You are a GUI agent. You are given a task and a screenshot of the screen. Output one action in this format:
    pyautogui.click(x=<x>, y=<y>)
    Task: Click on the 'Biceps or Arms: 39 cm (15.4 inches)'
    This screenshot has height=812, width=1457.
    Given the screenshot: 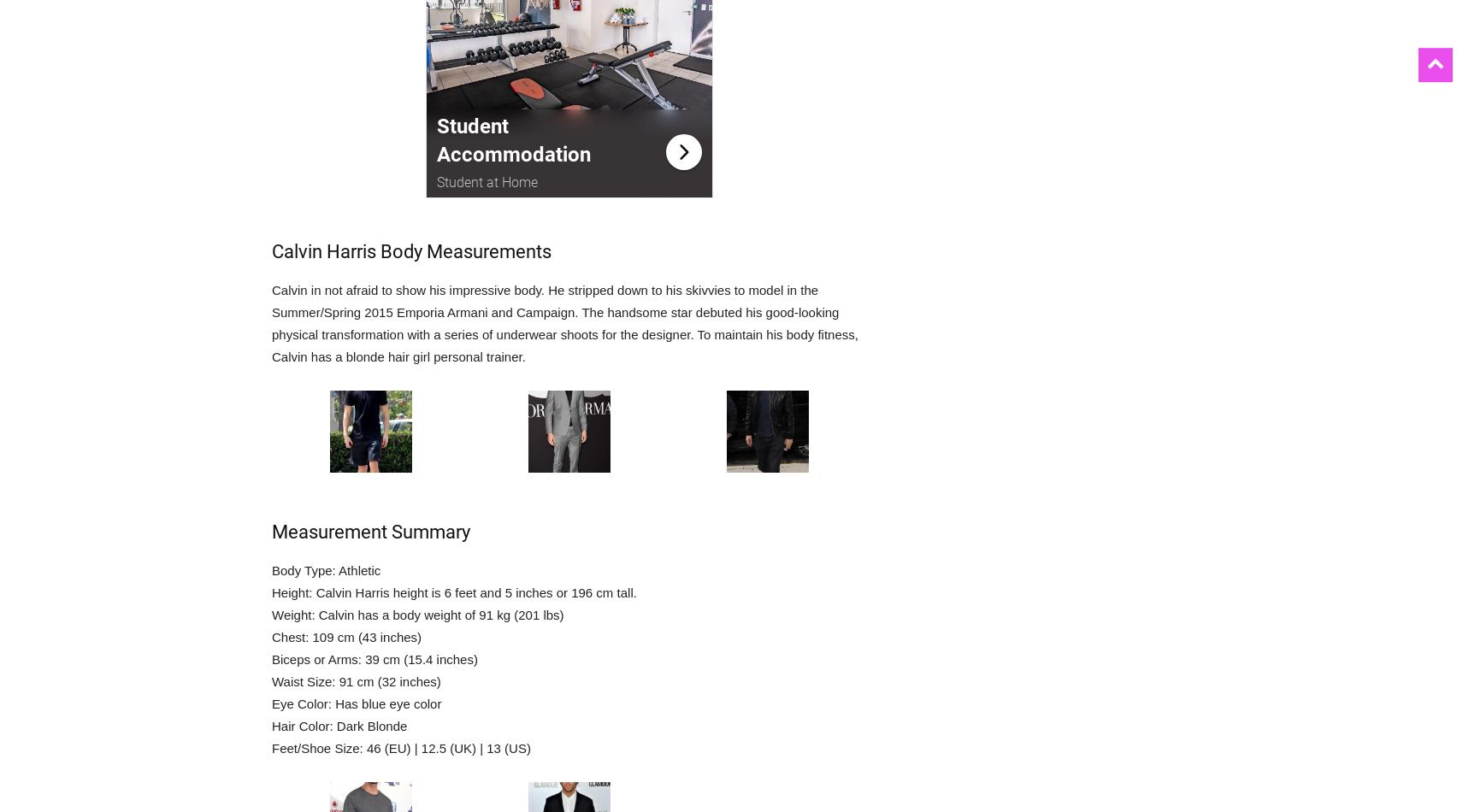 What is the action you would take?
    pyautogui.click(x=374, y=658)
    